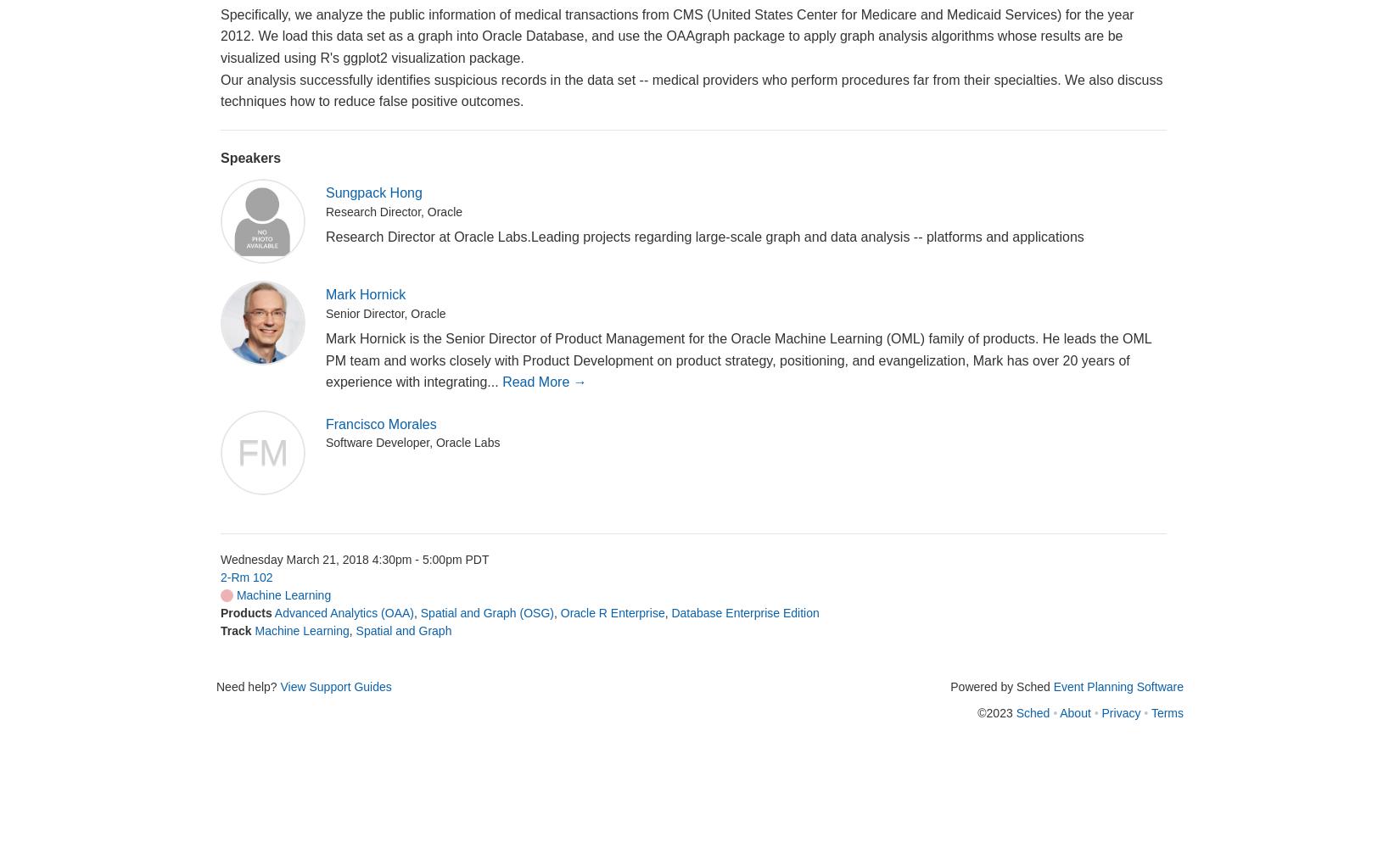 This screenshot has height=848, width=1400. What do you see at coordinates (364, 293) in the screenshot?
I see `'Mark Hornick'` at bounding box center [364, 293].